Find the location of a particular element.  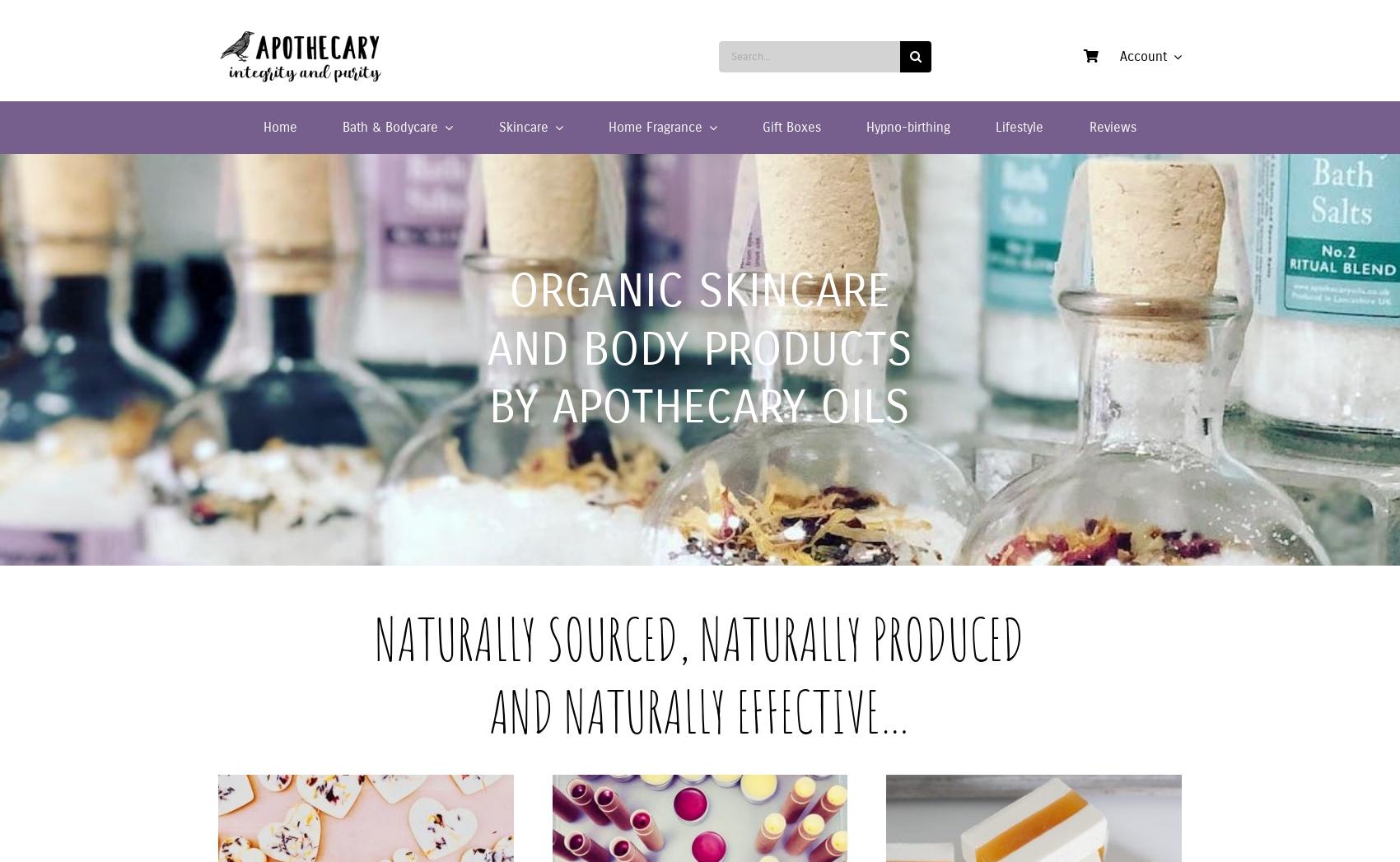

'Natural Reed Diffusers' is located at coordinates (407, 198).